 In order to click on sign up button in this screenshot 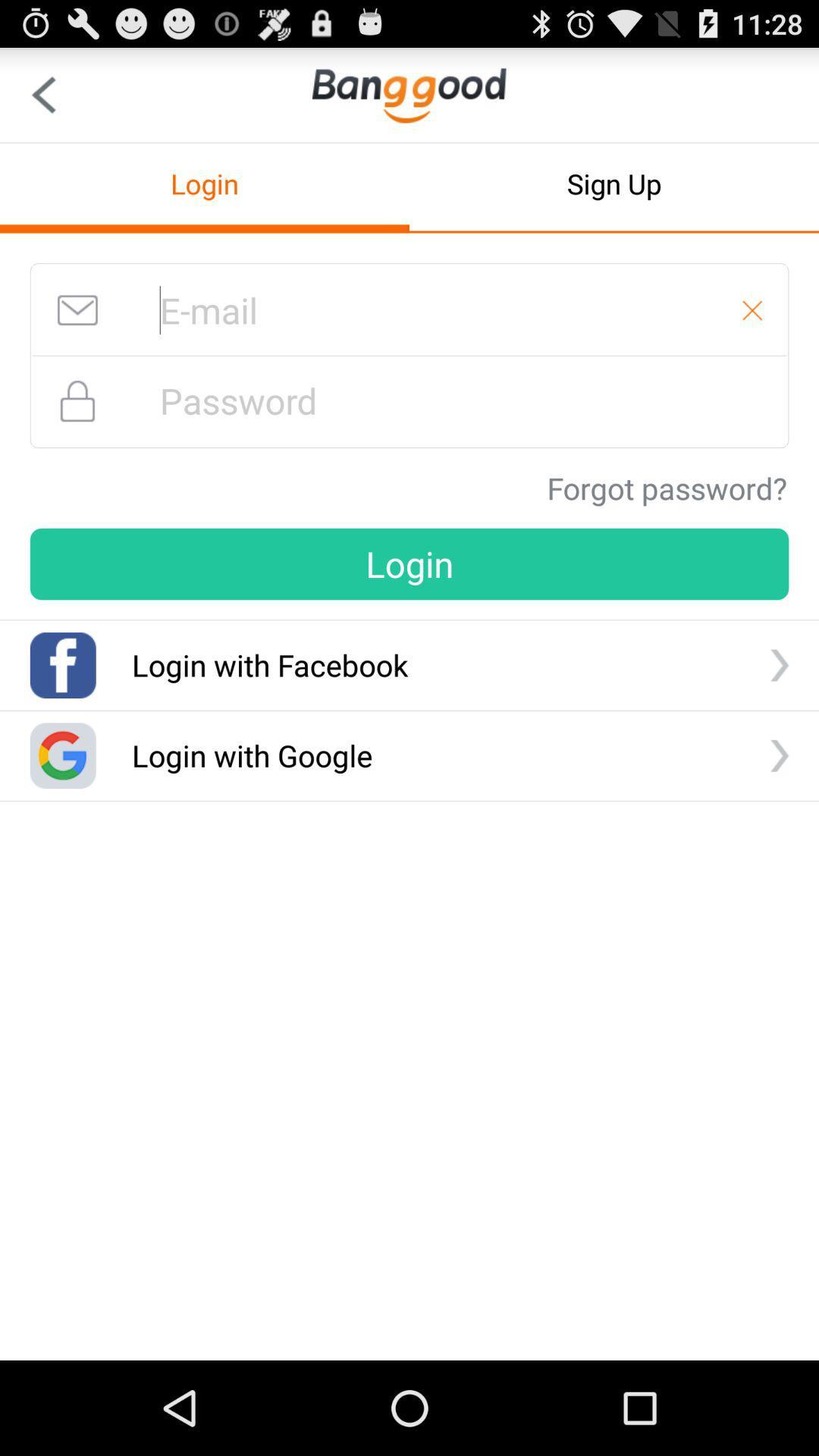, I will do `click(614, 183)`.